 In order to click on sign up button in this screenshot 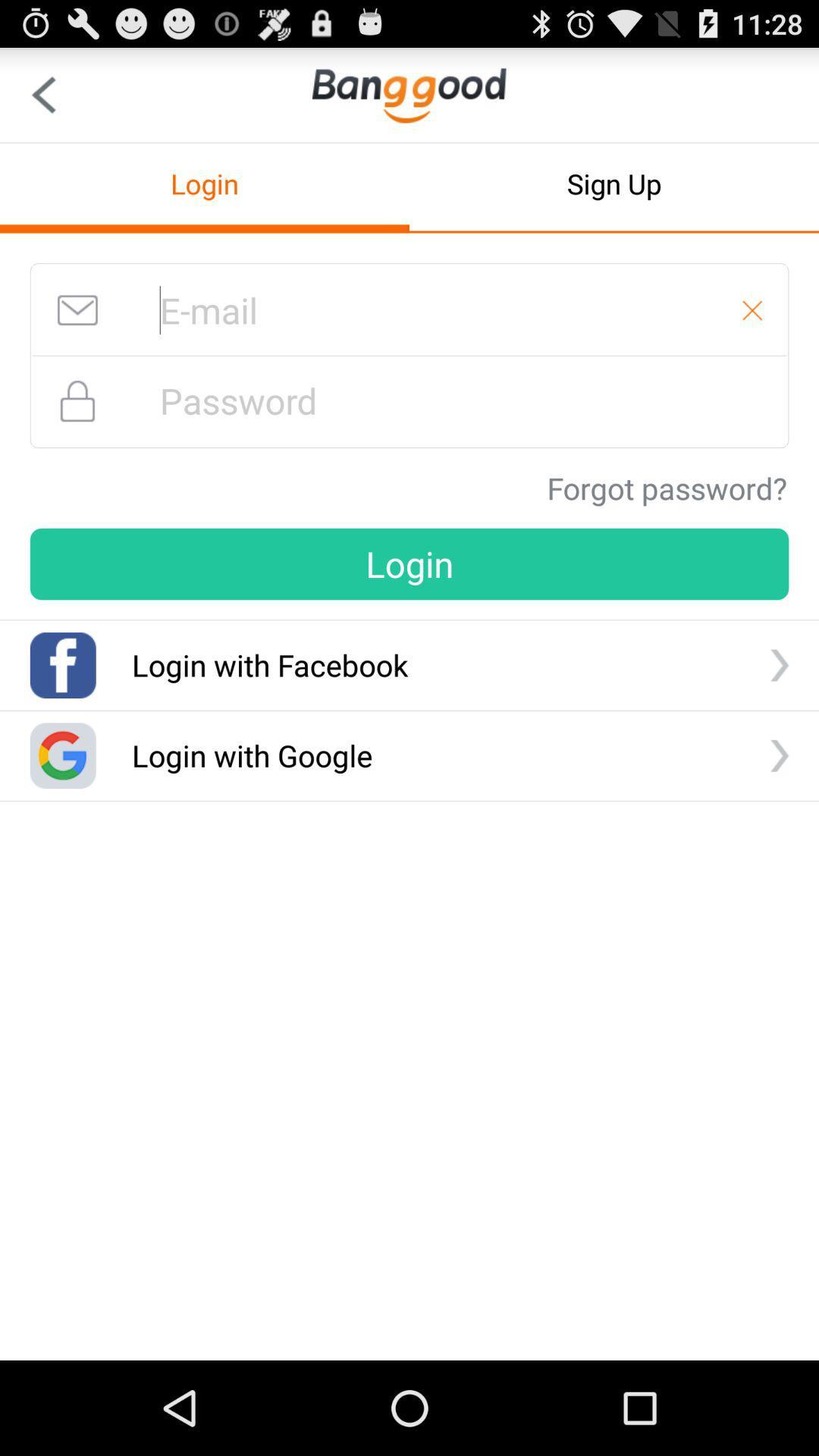, I will do `click(614, 183)`.